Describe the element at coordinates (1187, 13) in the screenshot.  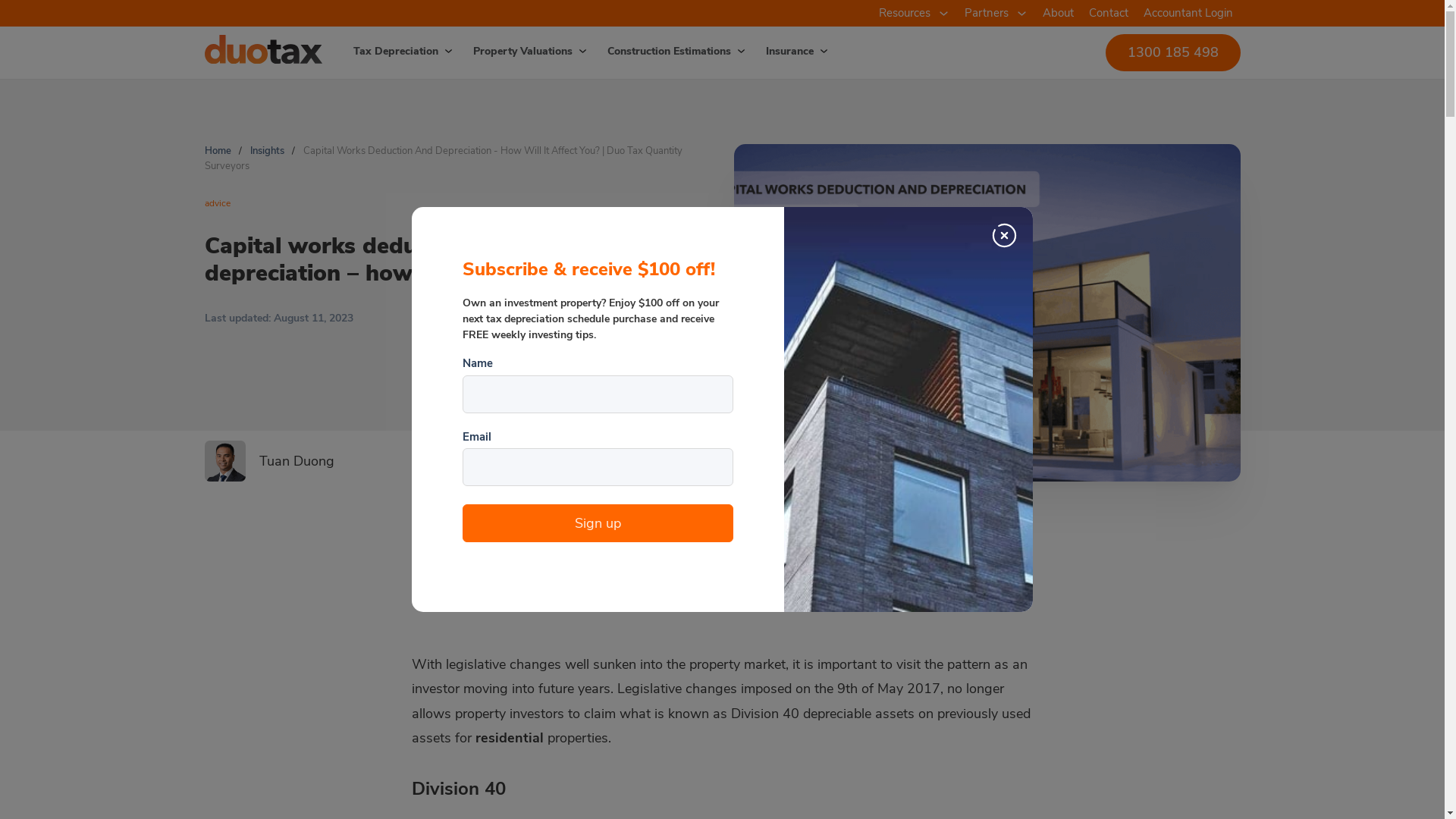
I see `'Accountant Login'` at that location.